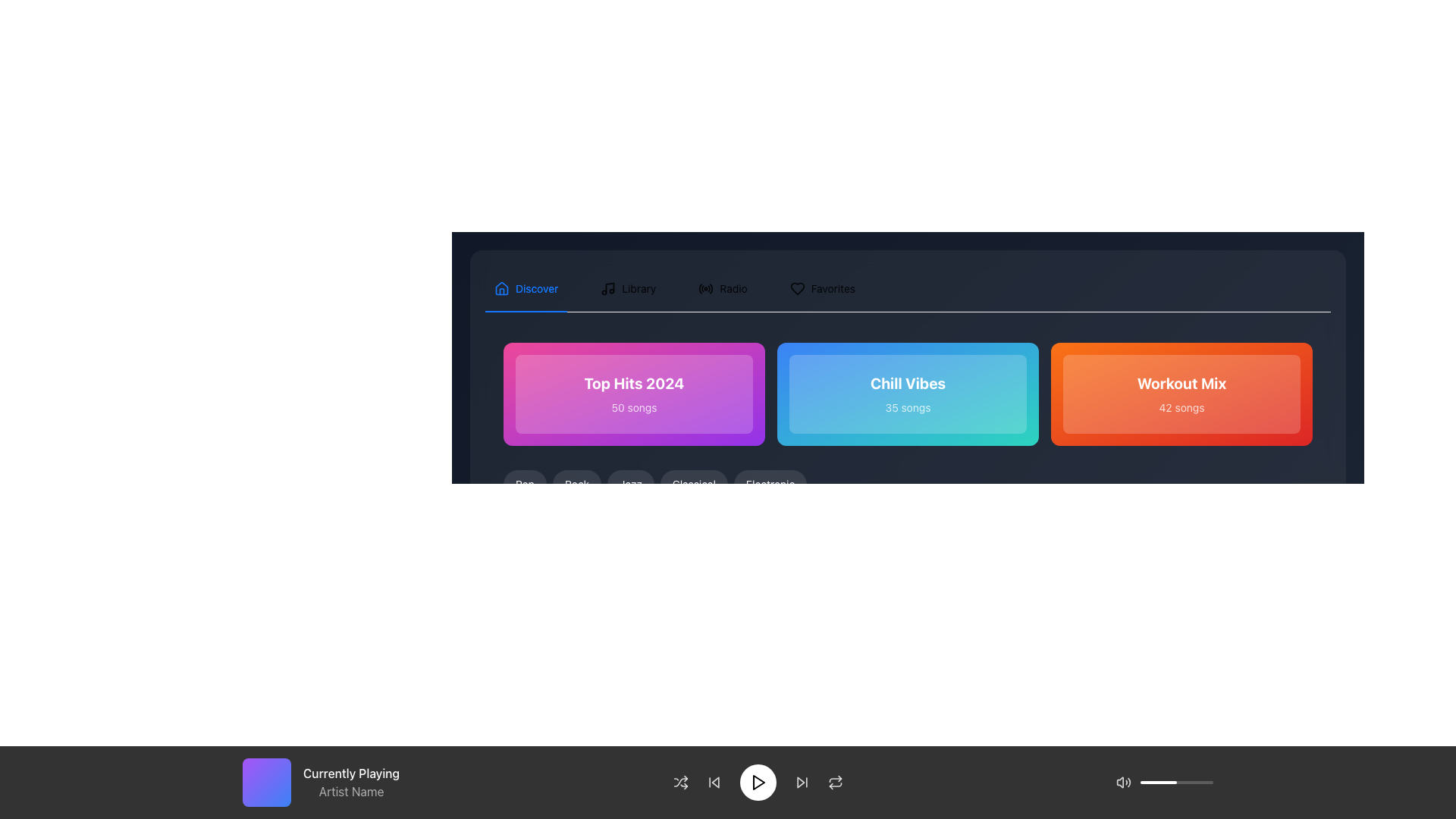 Image resolution: width=1456 pixels, height=819 pixels. I want to click on the media play button located centrally in the bottom control bar, which is the fifth element among similar buttons, so click(758, 783).